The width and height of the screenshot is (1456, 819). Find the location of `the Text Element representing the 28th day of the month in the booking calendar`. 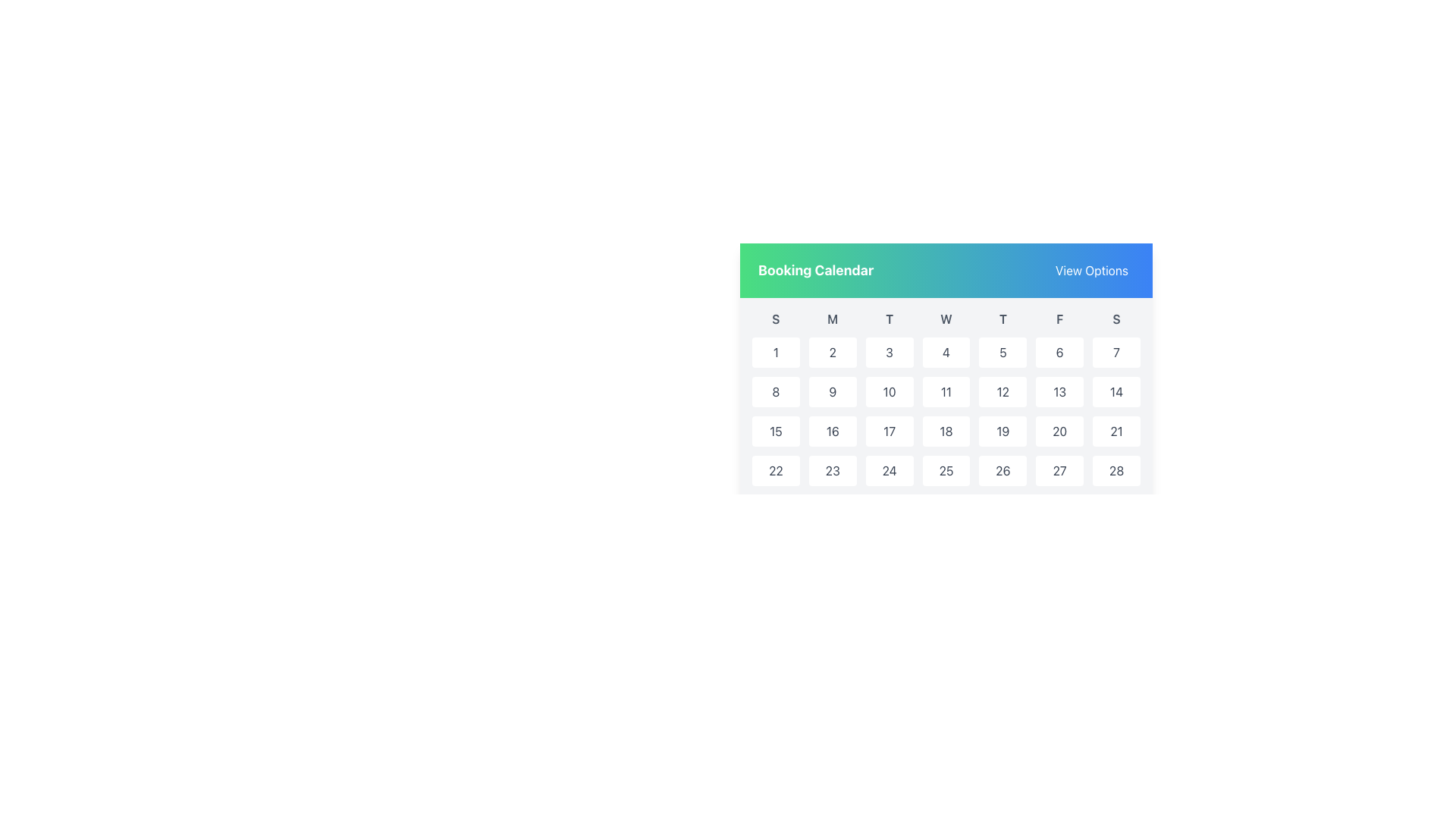

the Text Element representing the 28th day of the month in the booking calendar is located at coordinates (1116, 470).